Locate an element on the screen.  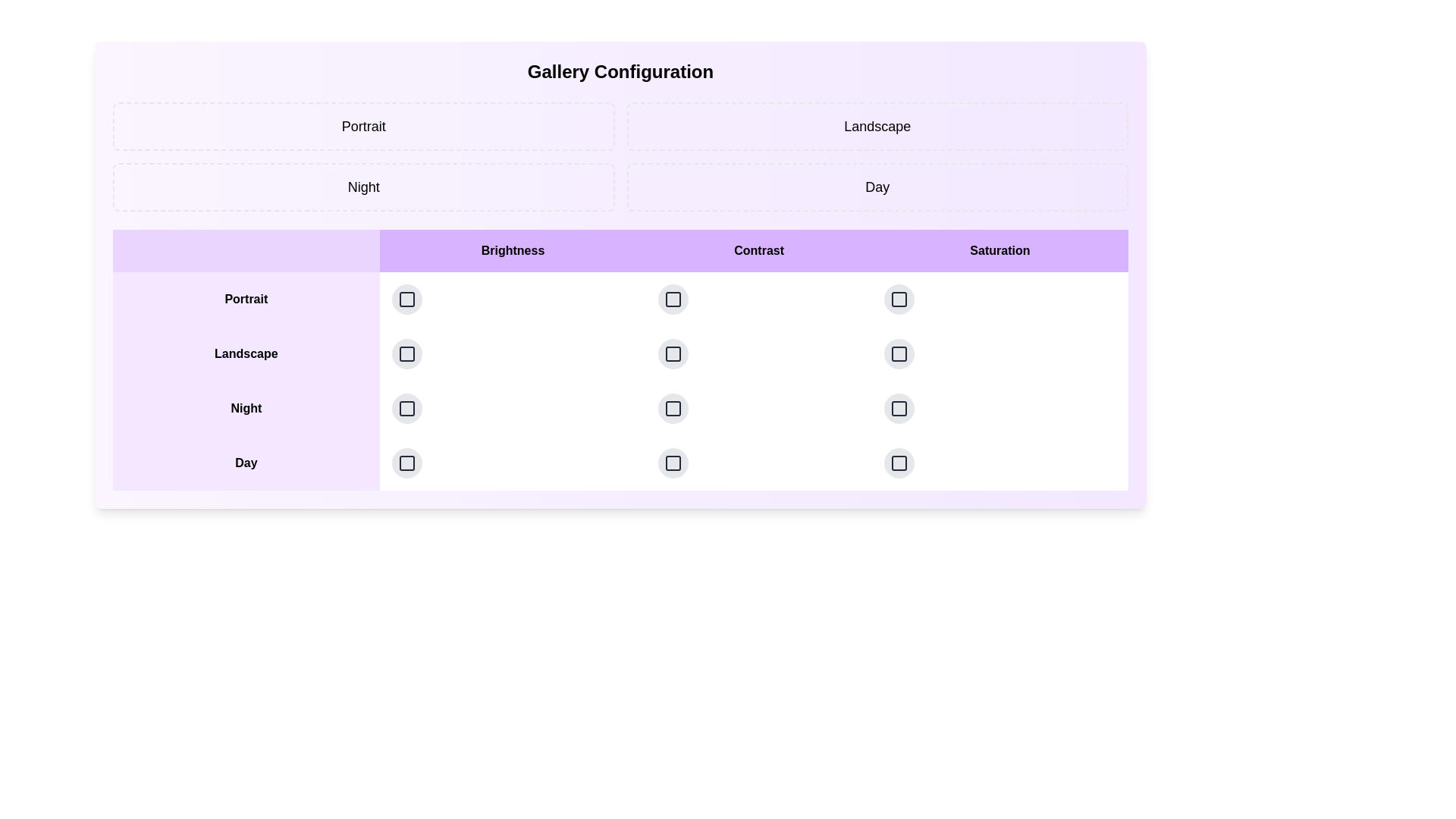
the toggle button for 'Saturation' under the 'Day' category is located at coordinates (899, 408).